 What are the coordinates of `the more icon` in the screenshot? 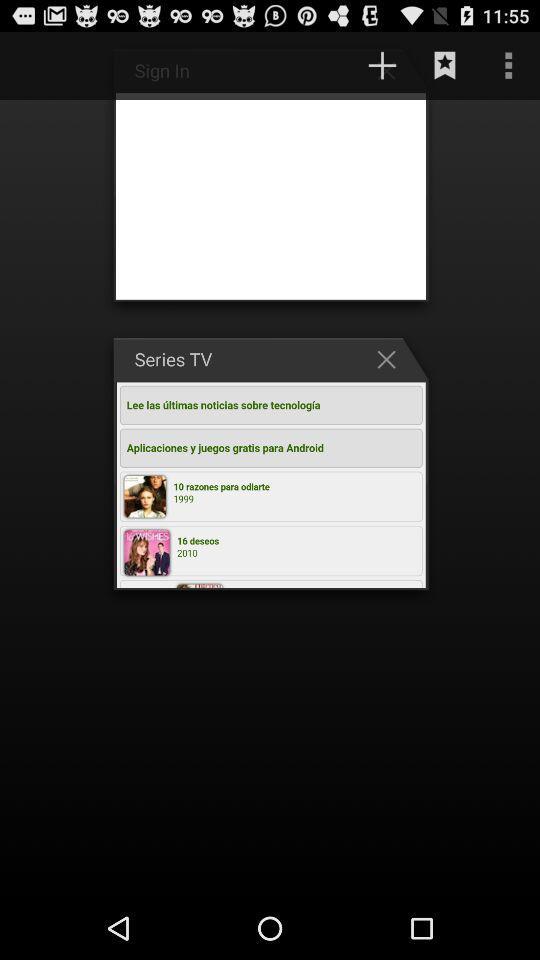 It's located at (508, 70).